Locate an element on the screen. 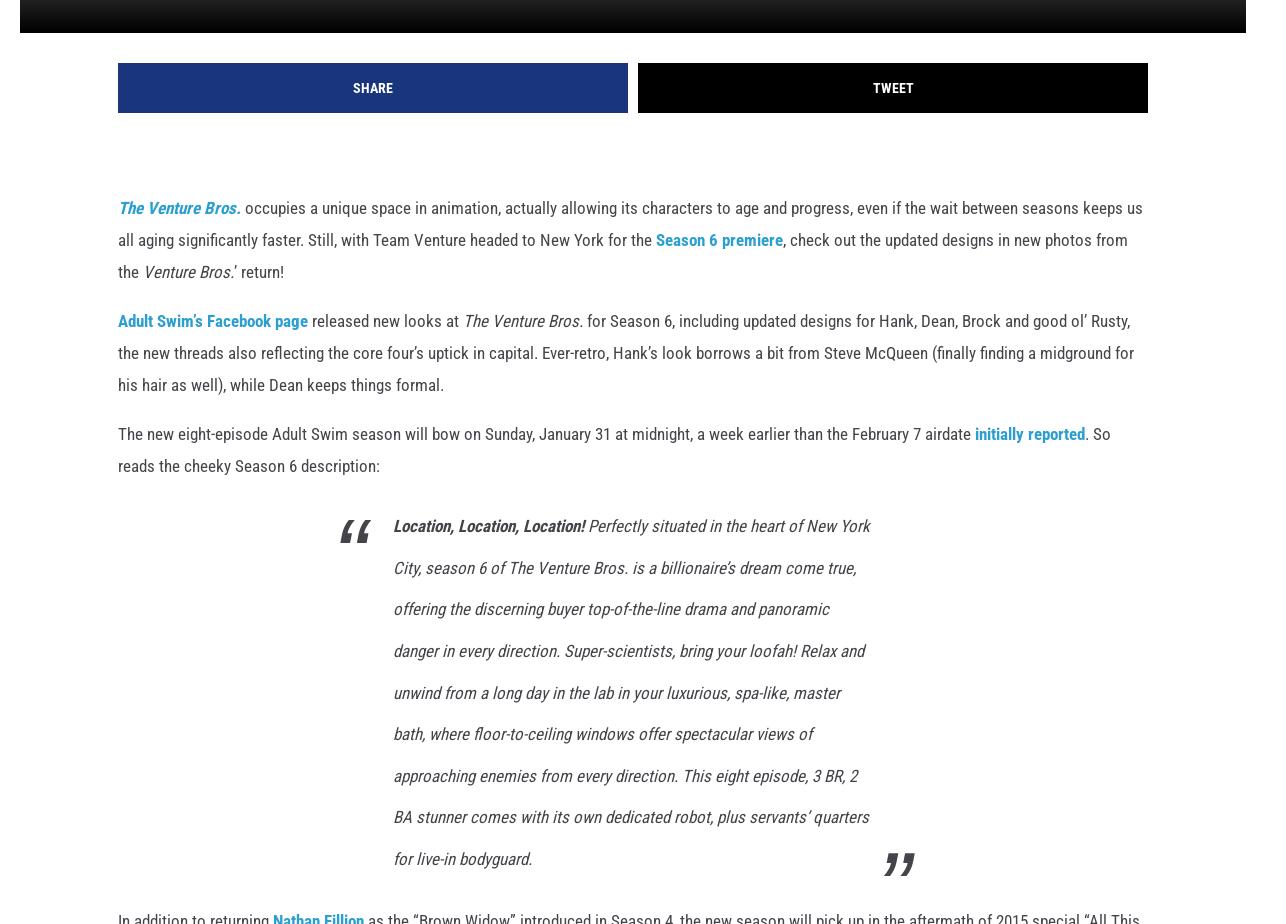 This screenshot has height=924, width=1286. ', check out the updated designs in new photos from the' is located at coordinates (621, 288).